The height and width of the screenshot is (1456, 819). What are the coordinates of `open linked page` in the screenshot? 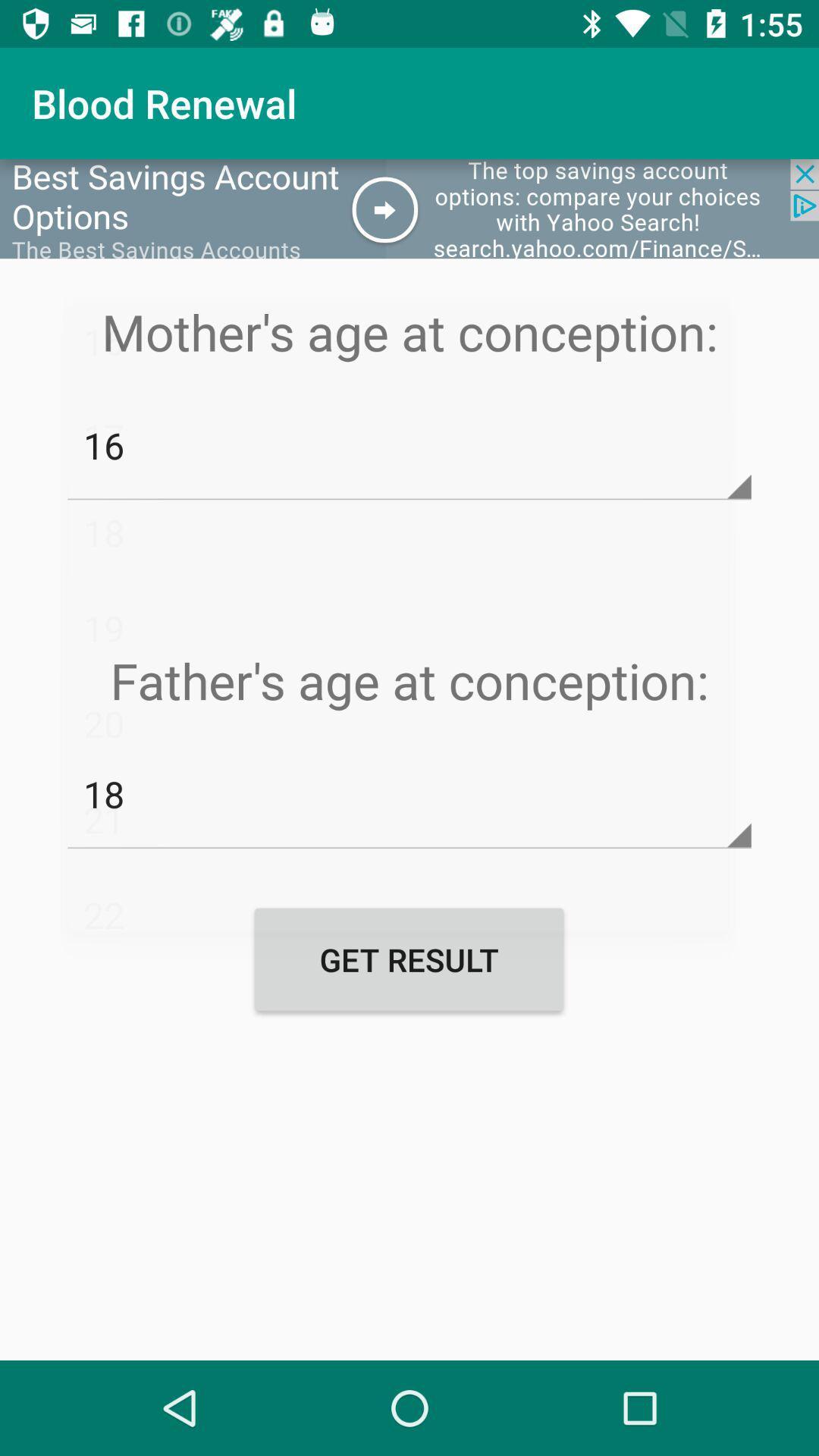 It's located at (409, 208).